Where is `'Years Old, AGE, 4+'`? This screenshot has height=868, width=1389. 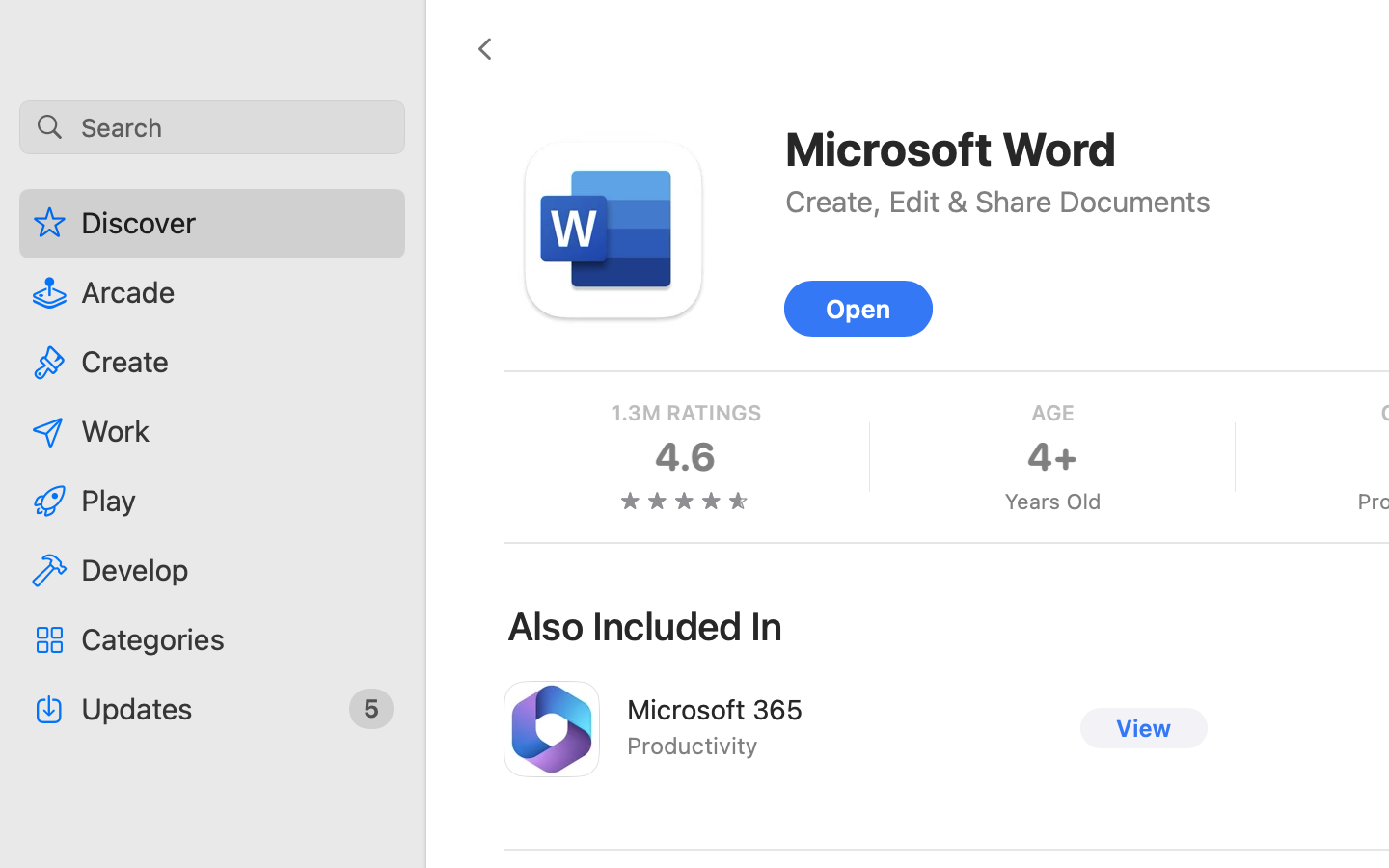 'Years Old, AGE, 4+' is located at coordinates (1050, 456).